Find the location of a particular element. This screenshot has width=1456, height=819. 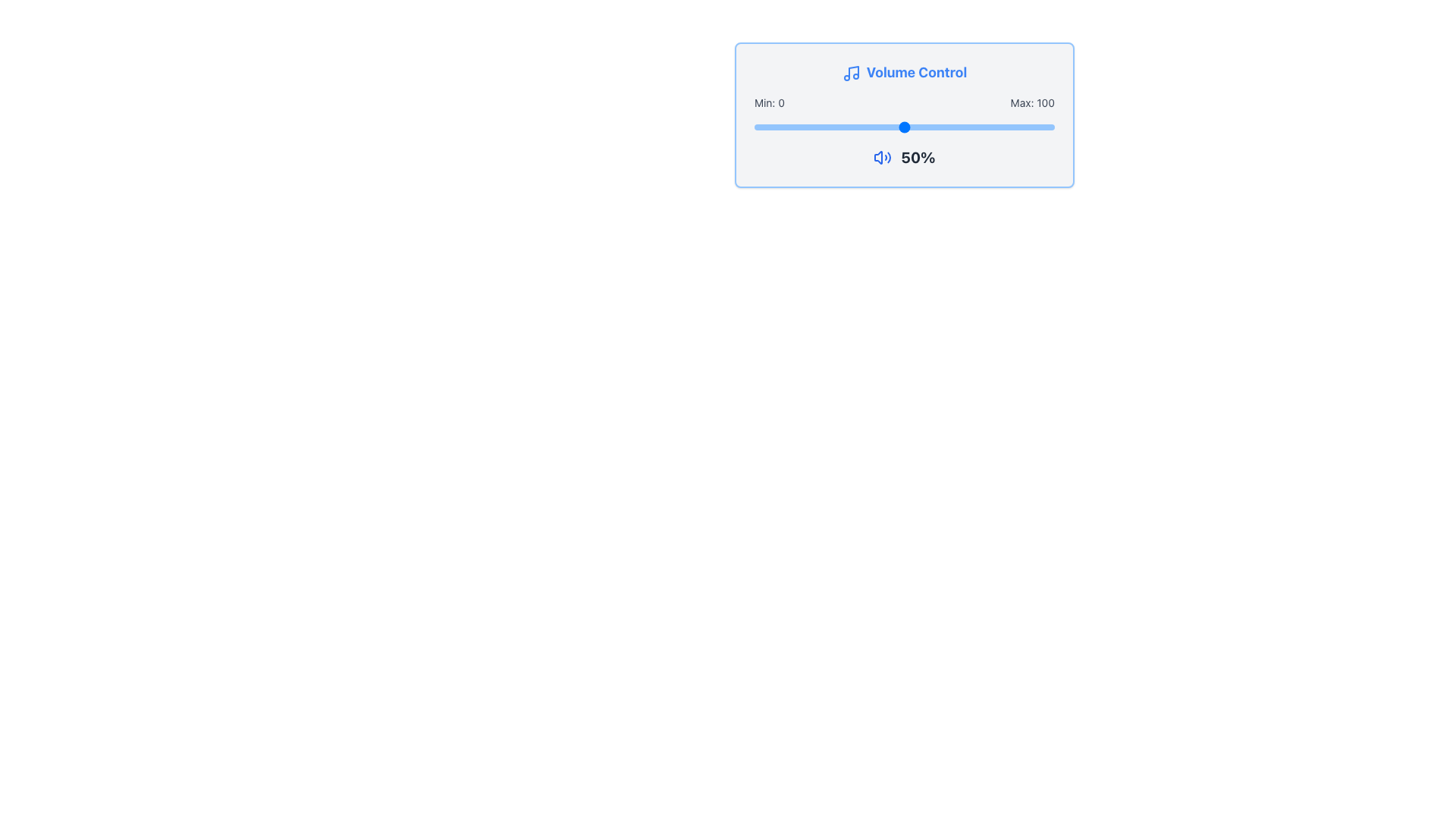

the slider is located at coordinates (977, 127).